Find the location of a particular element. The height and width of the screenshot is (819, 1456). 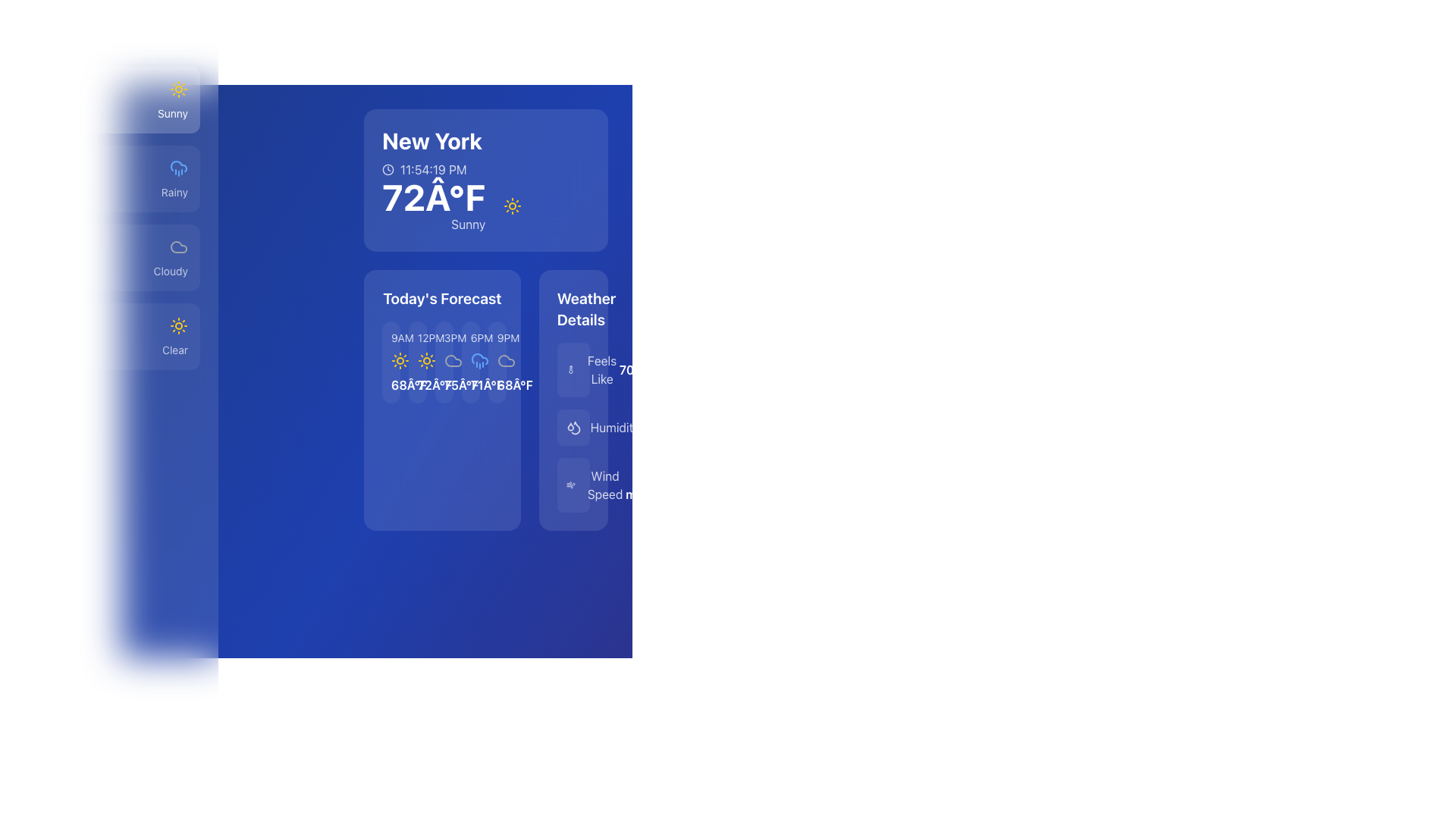

the sun icon, which is a circular yellow icon with radial lines, located to the right of the temperature display '72°F Sunny' is located at coordinates (513, 206).